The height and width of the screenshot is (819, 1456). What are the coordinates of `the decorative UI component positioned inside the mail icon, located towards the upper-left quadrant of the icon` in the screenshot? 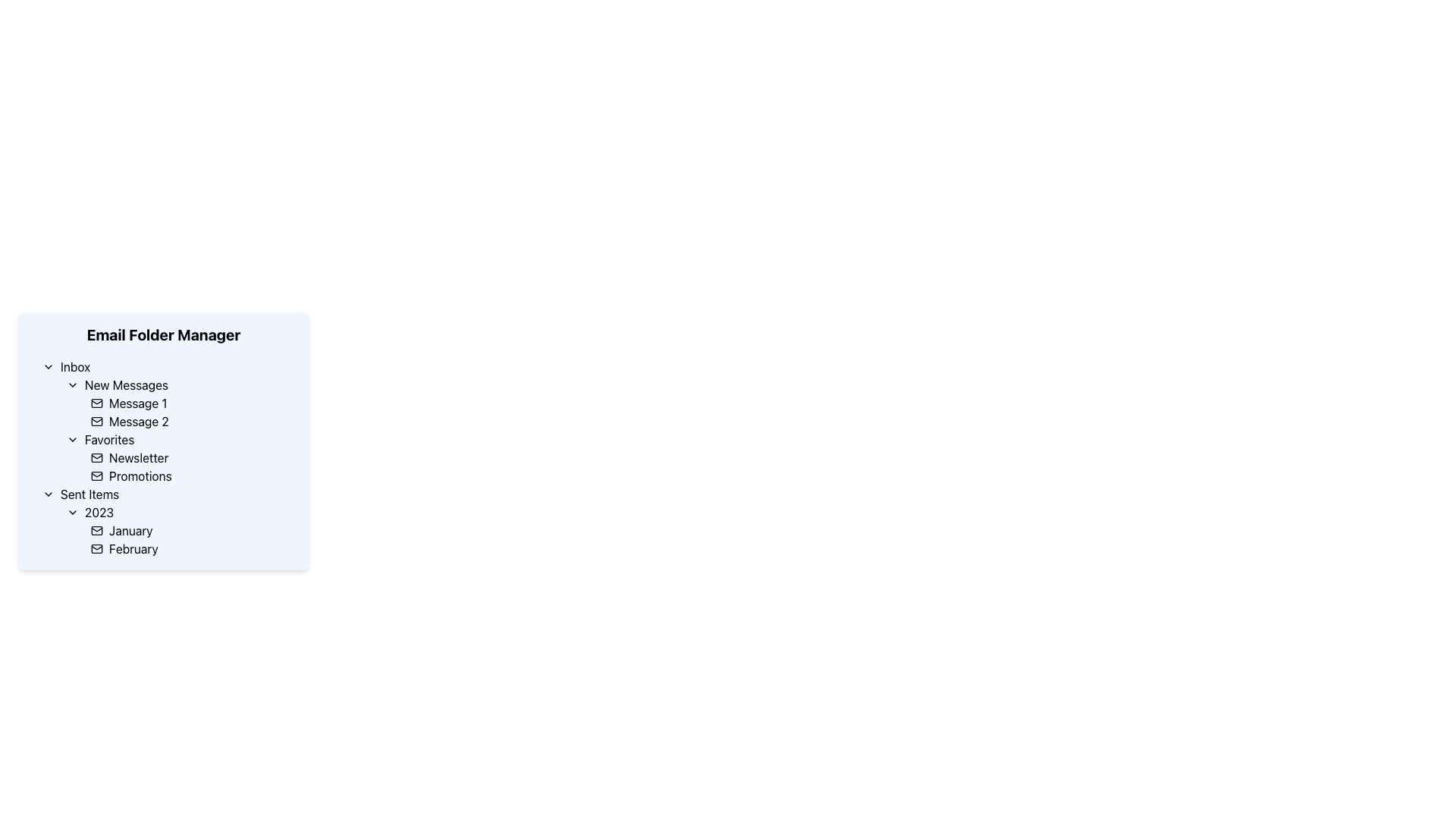 It's located at (96, 549).